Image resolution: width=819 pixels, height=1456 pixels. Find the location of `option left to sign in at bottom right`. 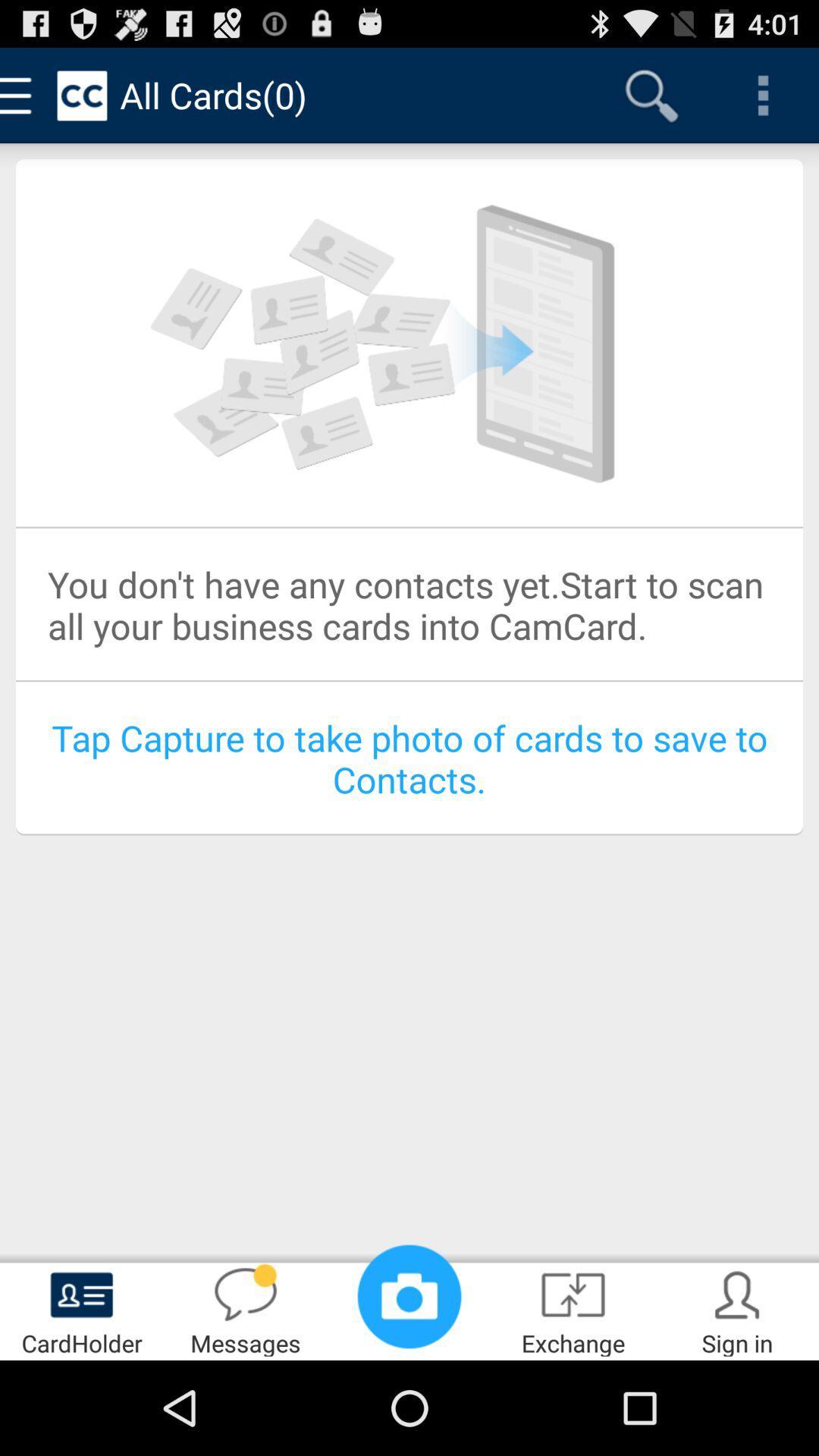

option left to sign in at bottom right is located at coordinates (573, 1309).